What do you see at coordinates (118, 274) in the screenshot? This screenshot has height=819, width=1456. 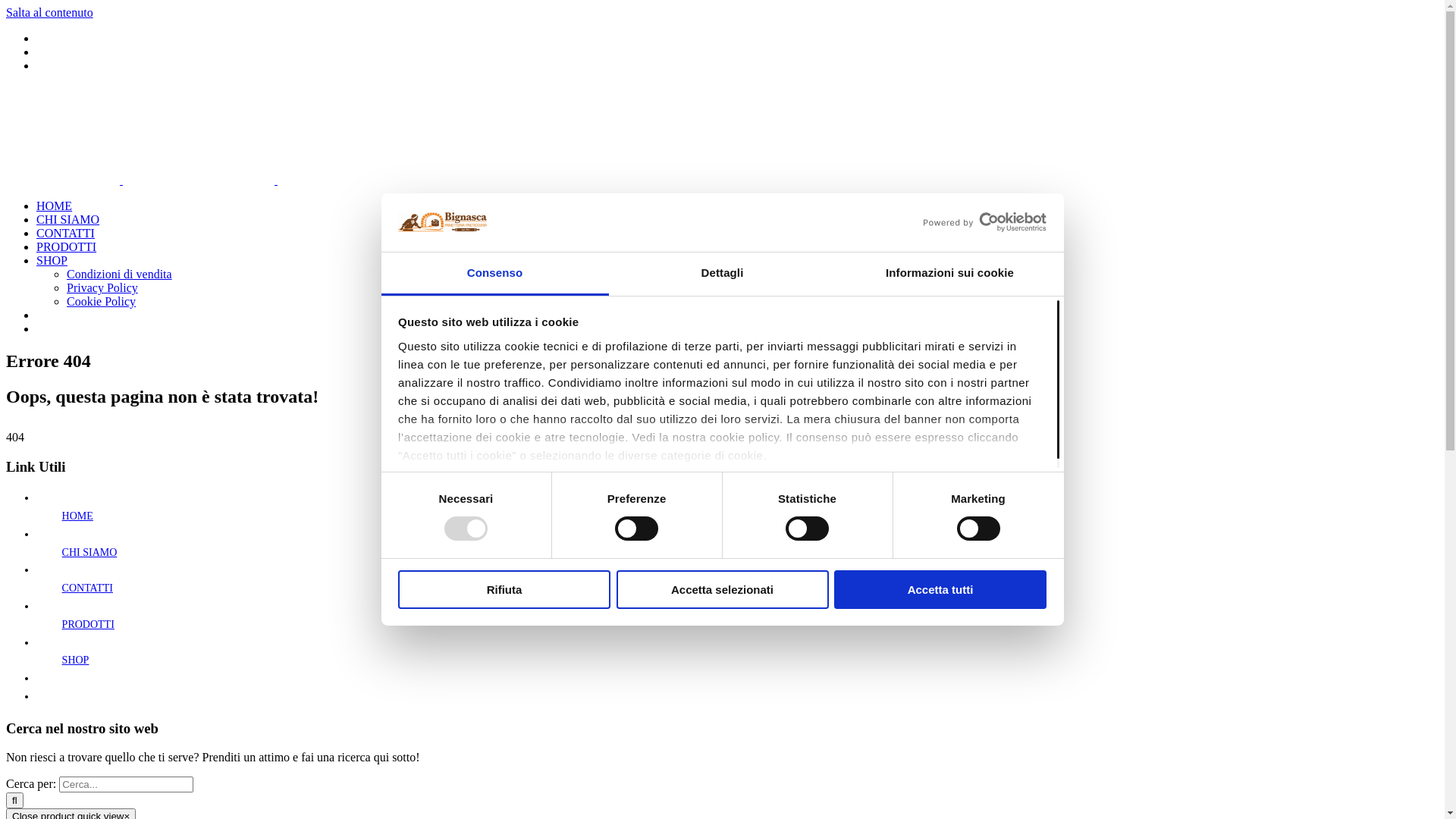 I see `'Condizioni di vendita'` at bounding box center [118, 274].